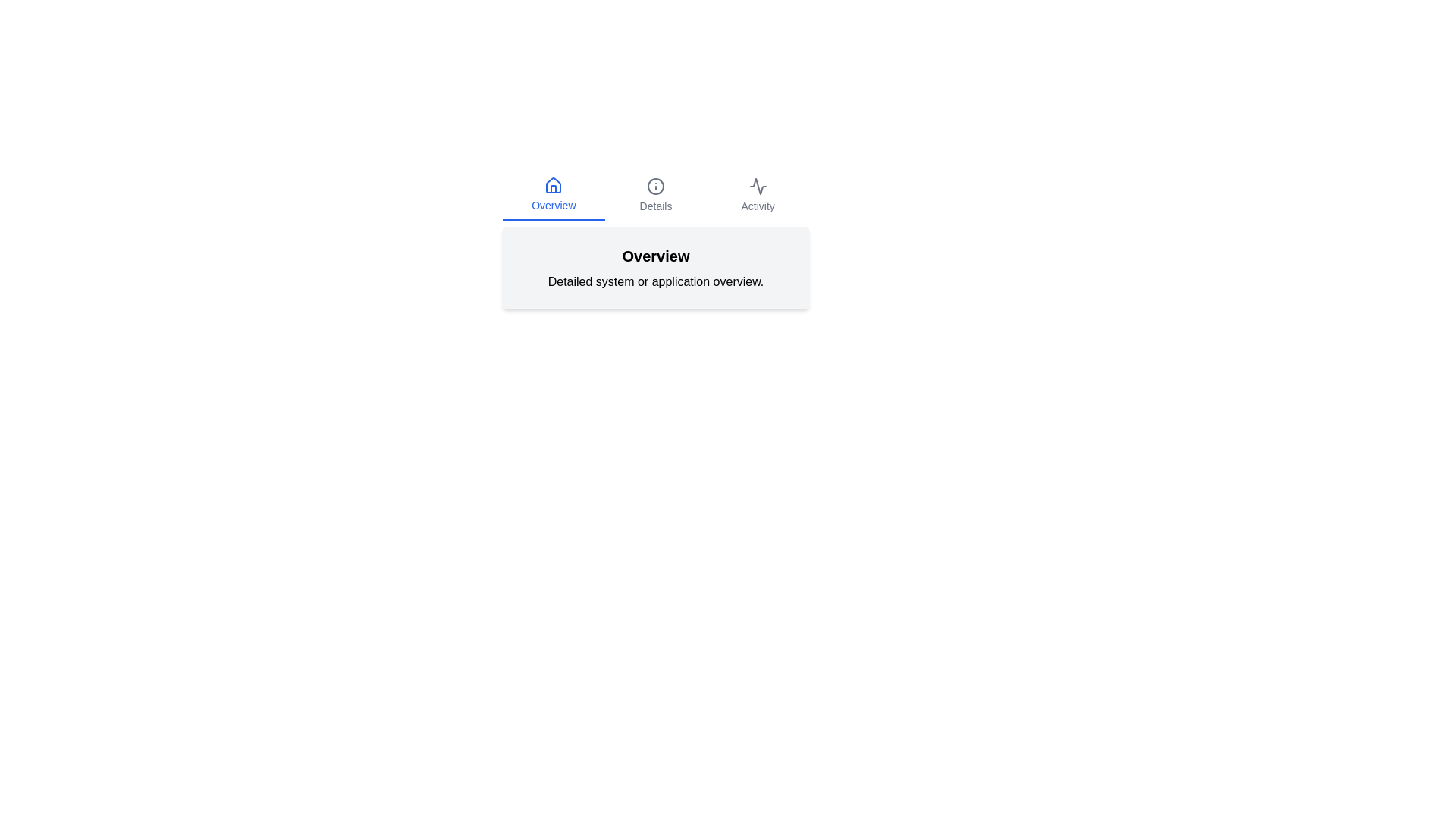 This screenshot has height=819, width=1456. I want to click on the icon of the tab labeled Activity, so click(757, 186).